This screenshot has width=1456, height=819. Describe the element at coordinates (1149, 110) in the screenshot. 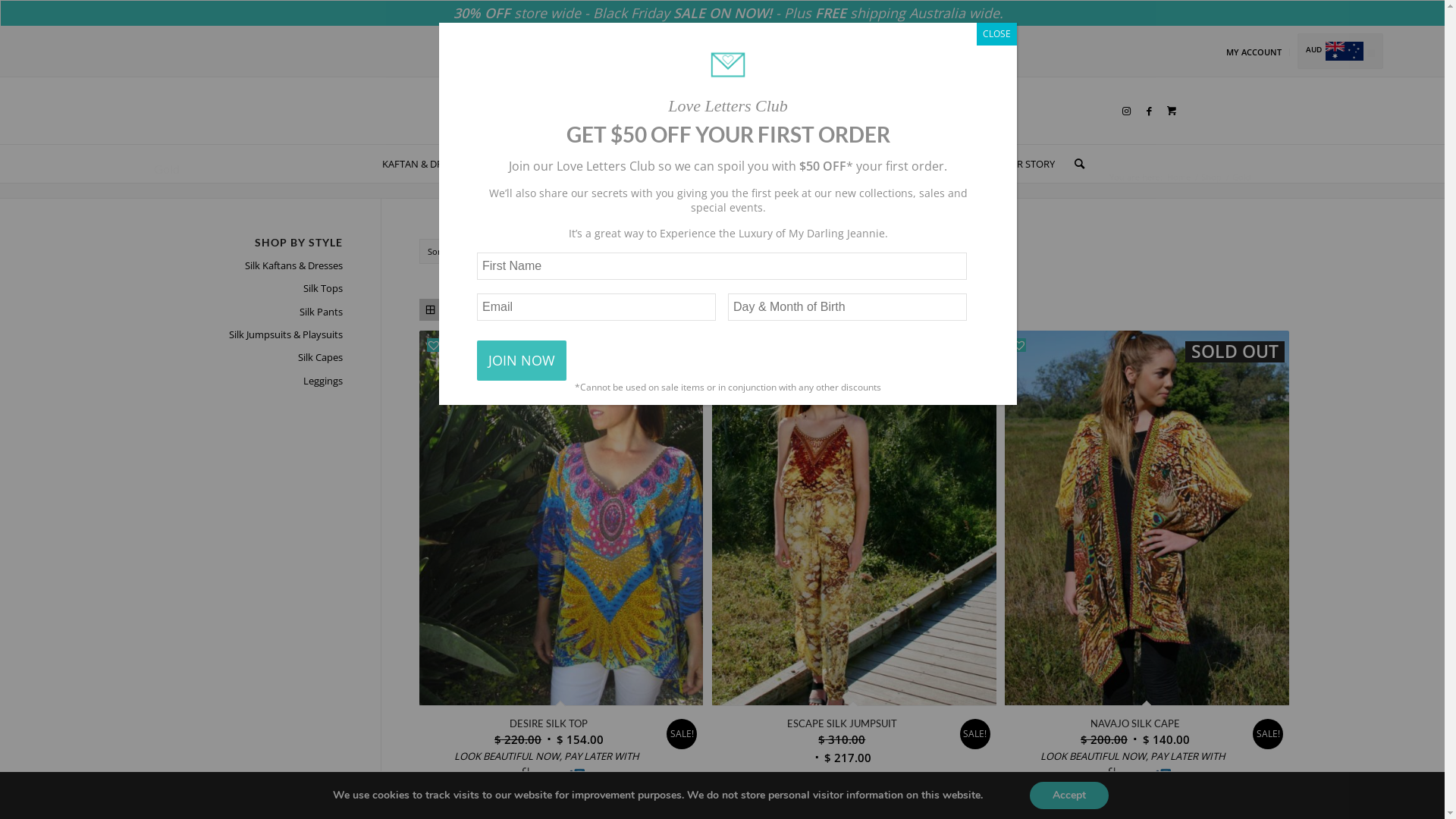

I see `'Facebook'` at that location.